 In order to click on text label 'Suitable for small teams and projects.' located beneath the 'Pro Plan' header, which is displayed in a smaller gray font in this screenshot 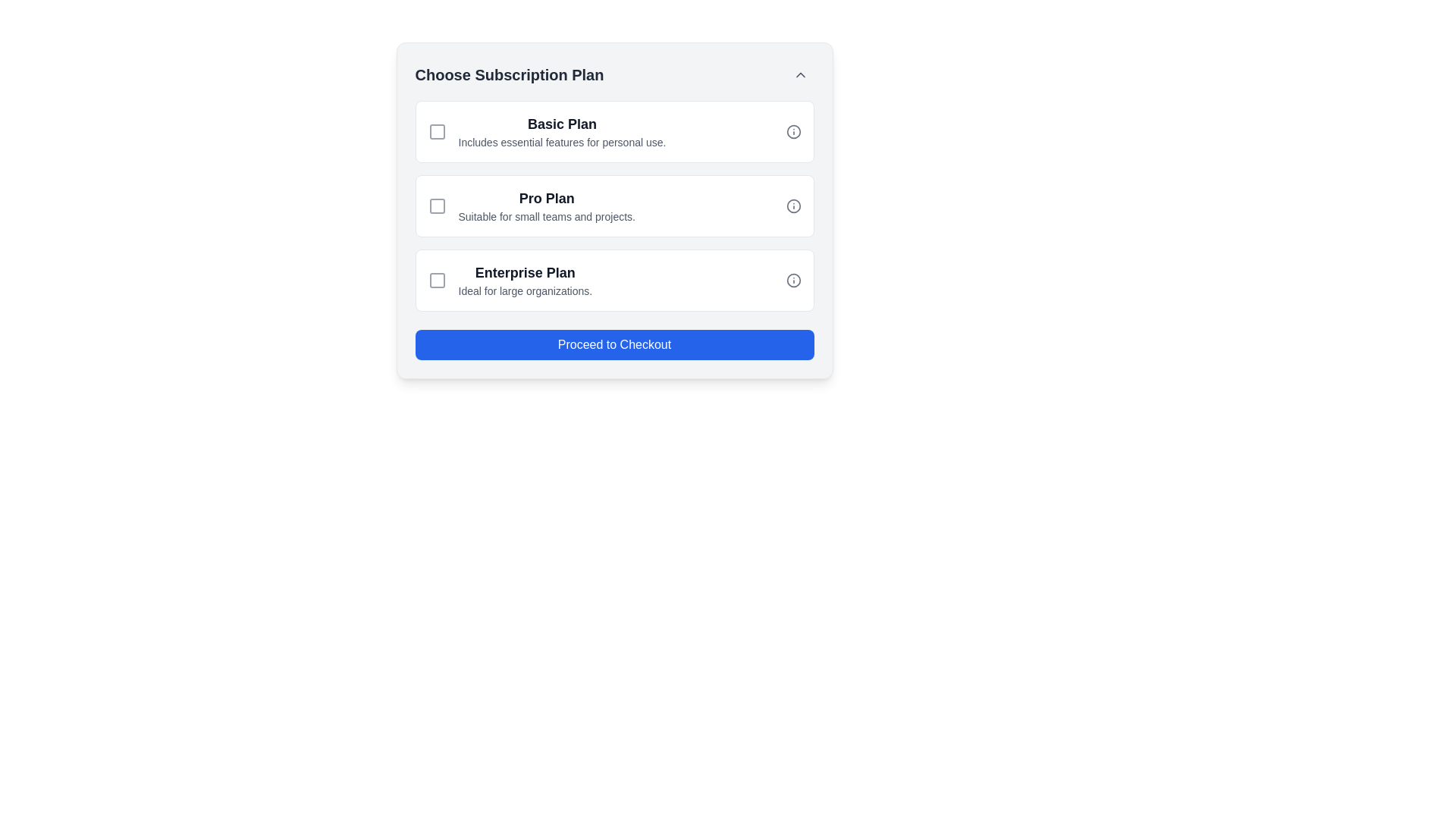, I will do `click(546, 216)`.